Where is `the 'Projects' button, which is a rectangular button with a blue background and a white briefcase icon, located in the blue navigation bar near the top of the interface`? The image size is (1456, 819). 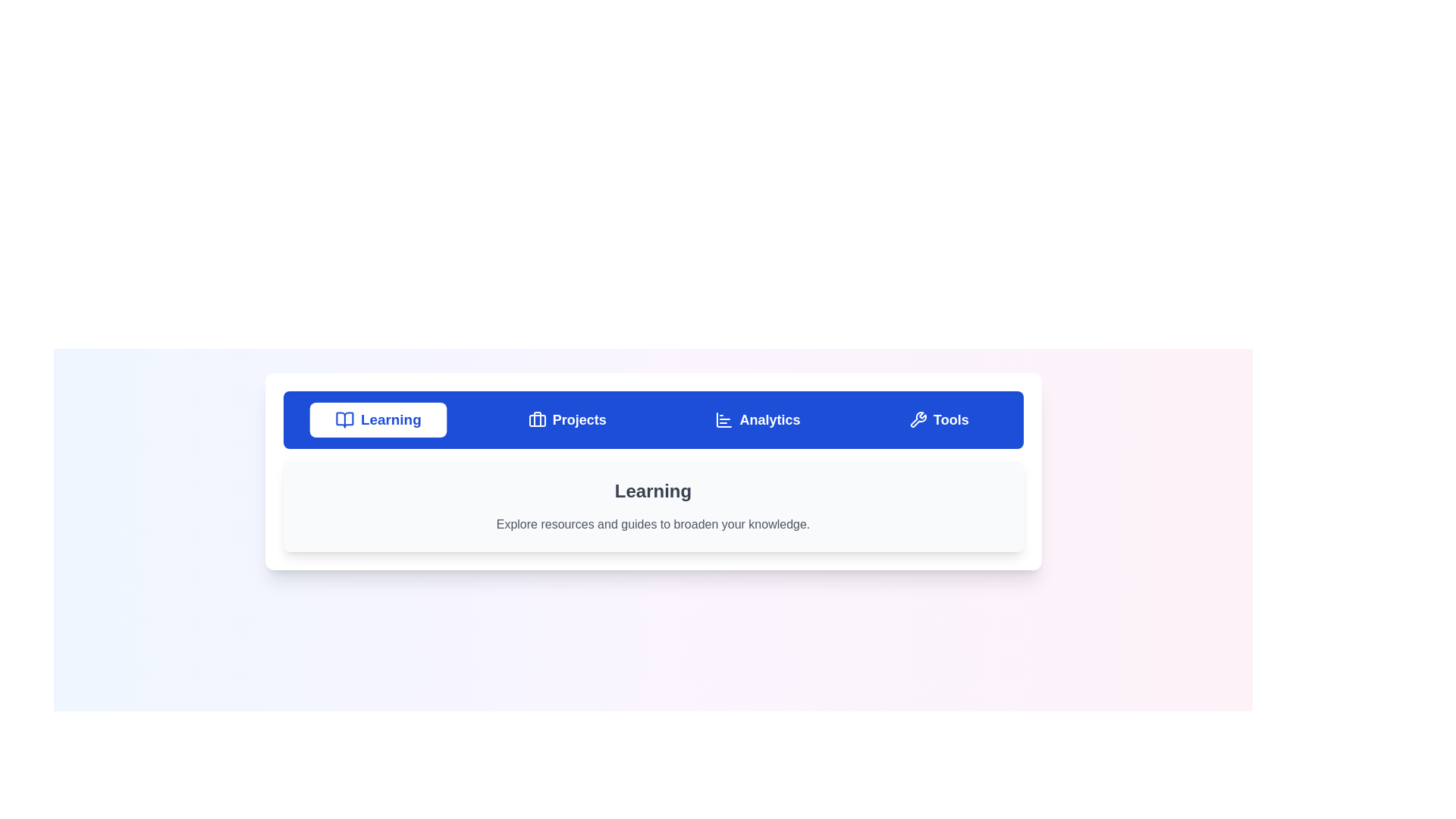
the 'Projects' button, which is a rectangular button with a blue background and a white briefcase icon, located in the blue navigation bar near the top of the interface is located at coordinates (566, 420).